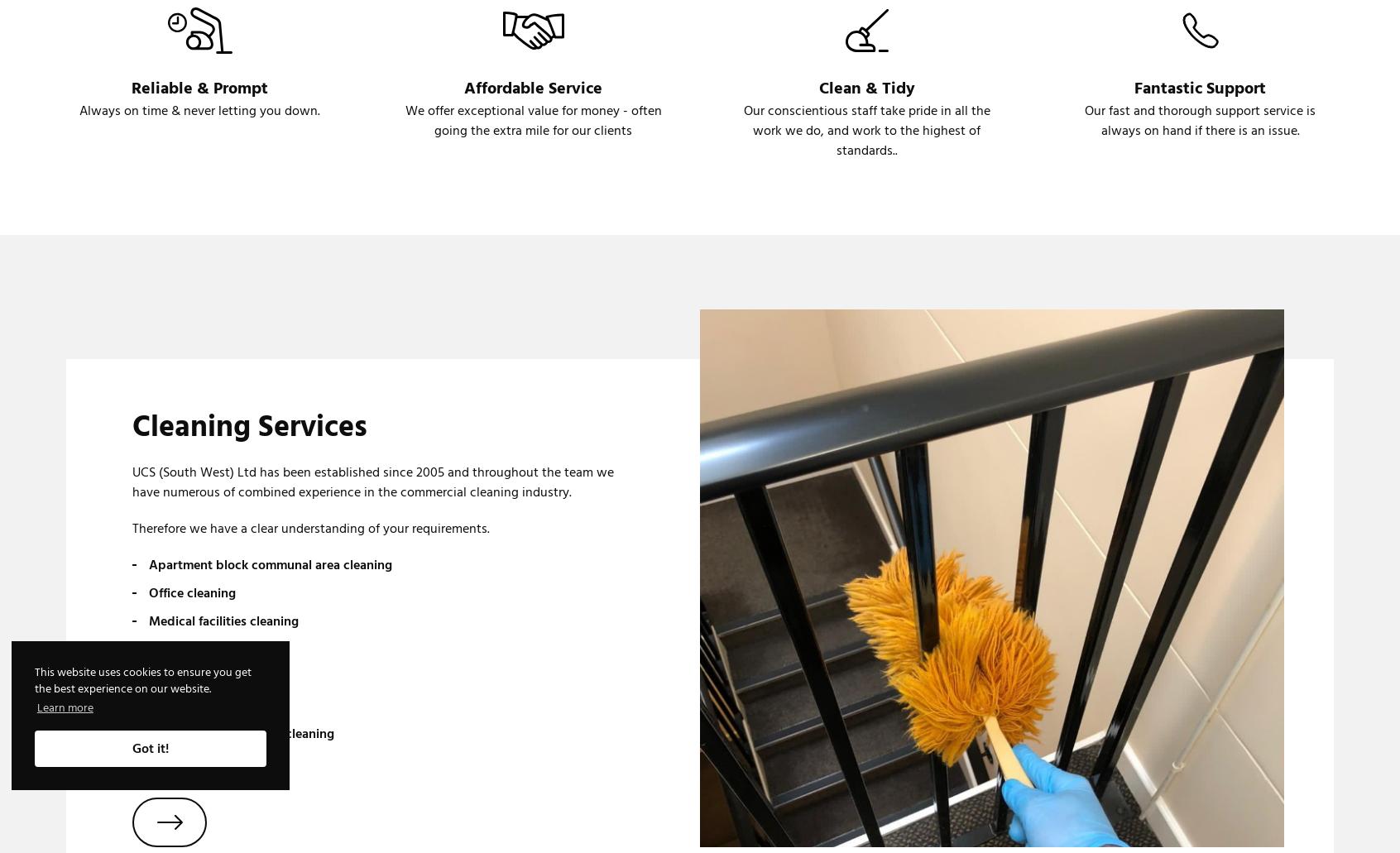 The width and height of the screenshot is (1400, 853). What do you see at coordinates (65, 707) in the screenshot?
I see `'Learn more'` at bounding box center [65, 707].